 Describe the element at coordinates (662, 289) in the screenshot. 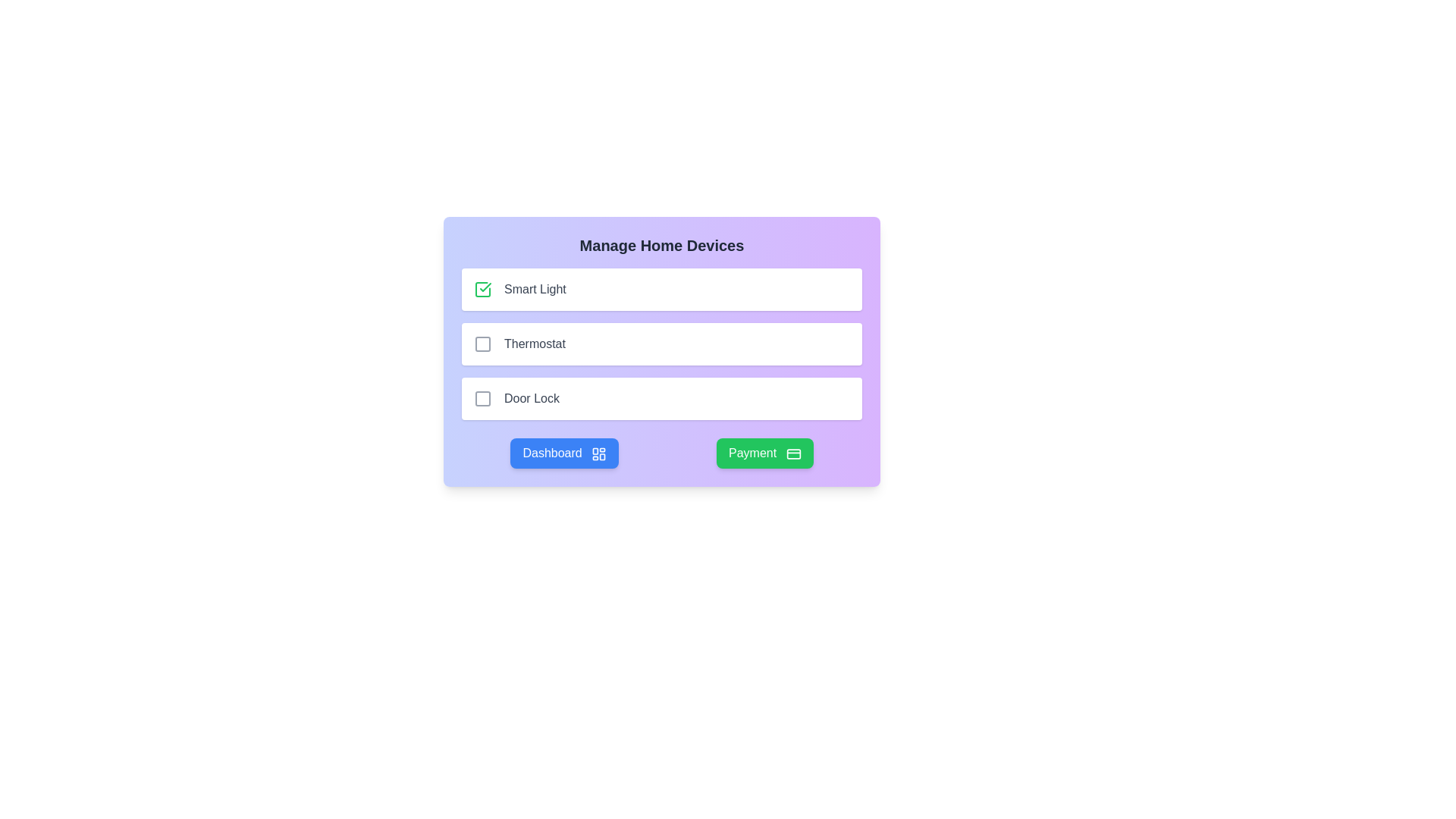

I see `the 'Smart Light' list item with a selectable checkbox` at that location.